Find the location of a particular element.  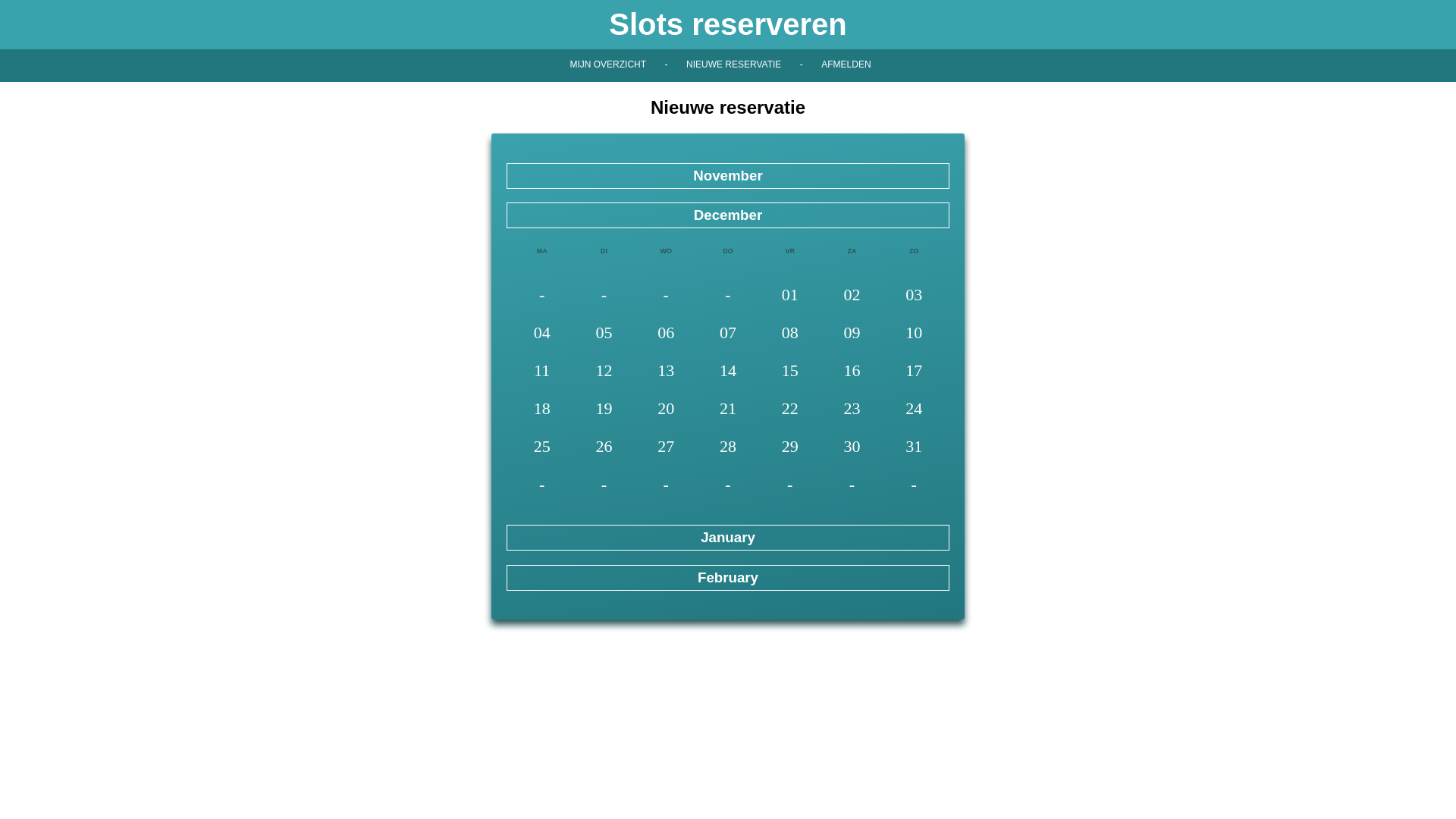

'November' is located at coordinates (728, 174).